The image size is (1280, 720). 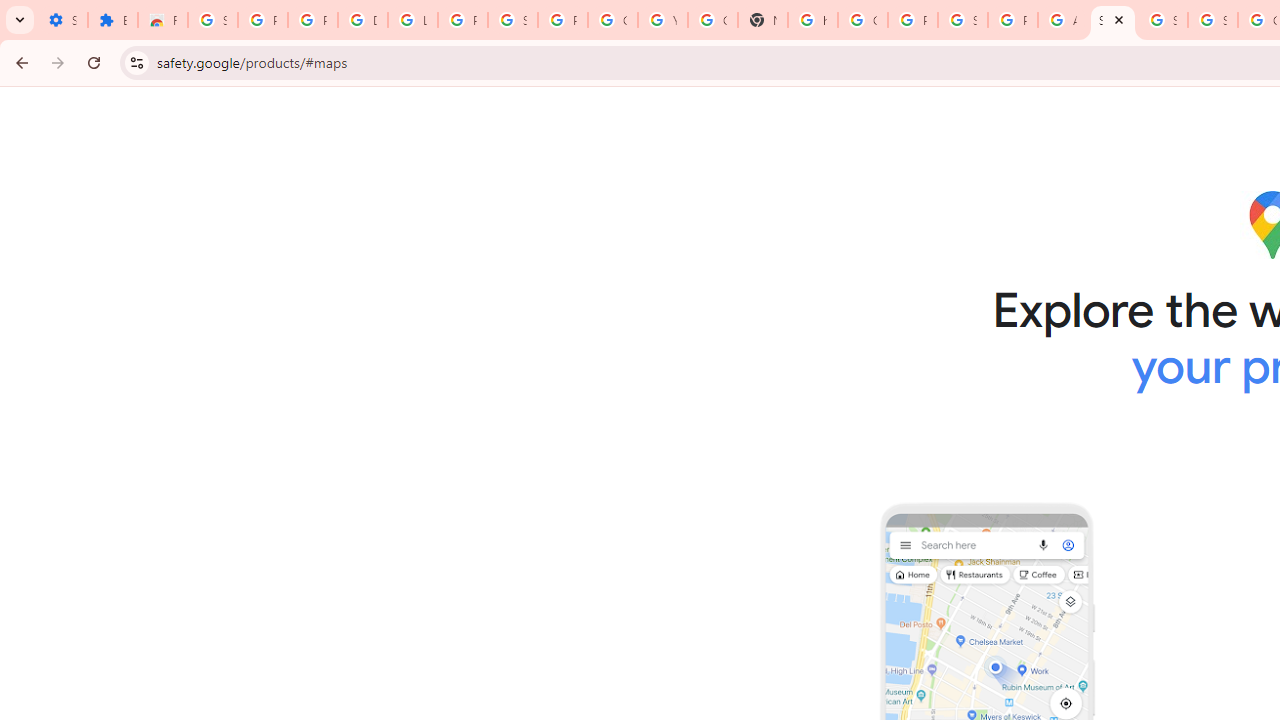 I want to click on 'Delete photos & videos - Computer - Google Photos Help', so click(x=362, y=20).